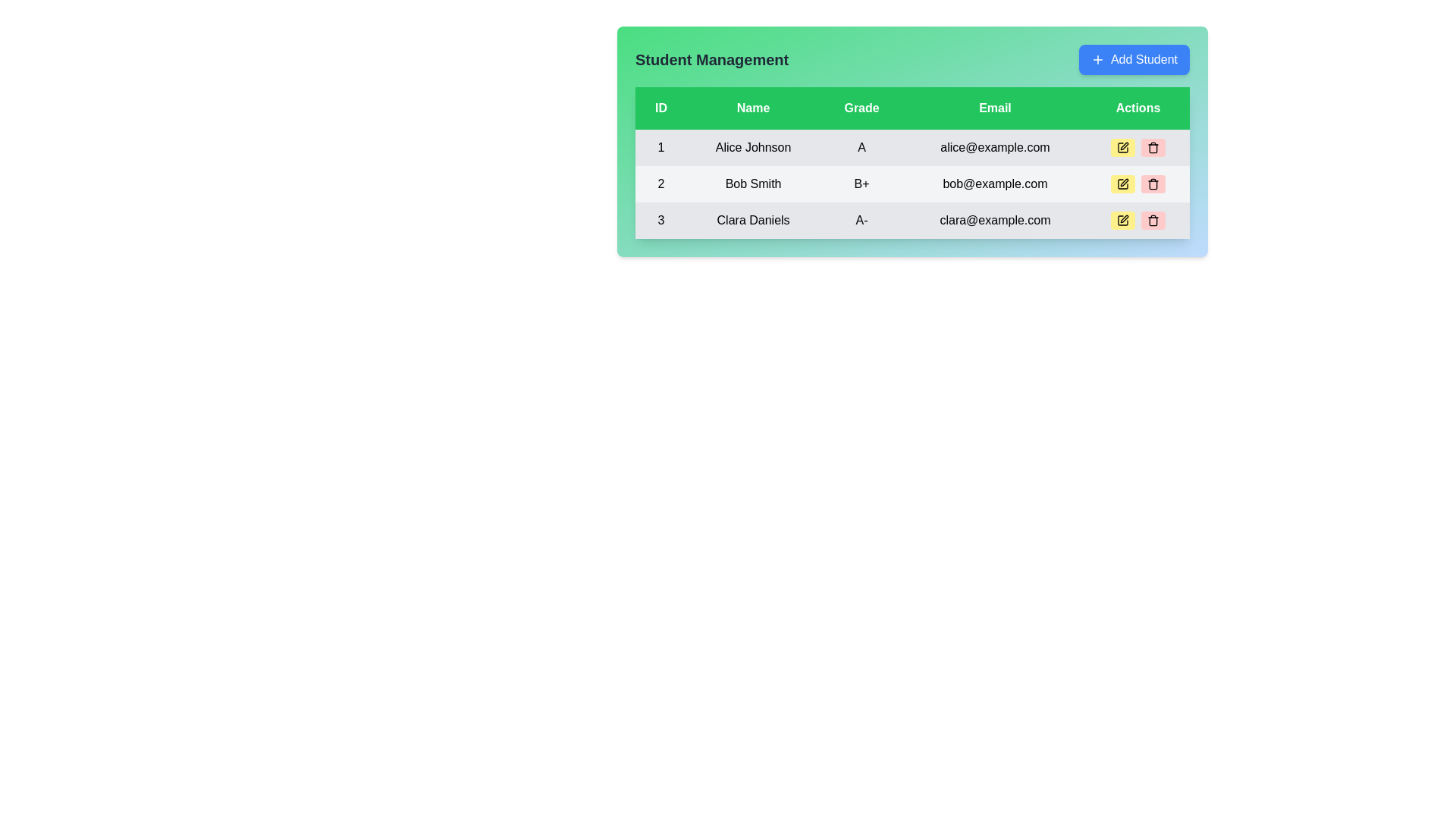 The width and height of the screenshot is (1456, 819). I want to click on the delete button located in the 'Actions' column of the second row of the table, corresponding to the entry for 'Bob Smith', so click(1153, 184).